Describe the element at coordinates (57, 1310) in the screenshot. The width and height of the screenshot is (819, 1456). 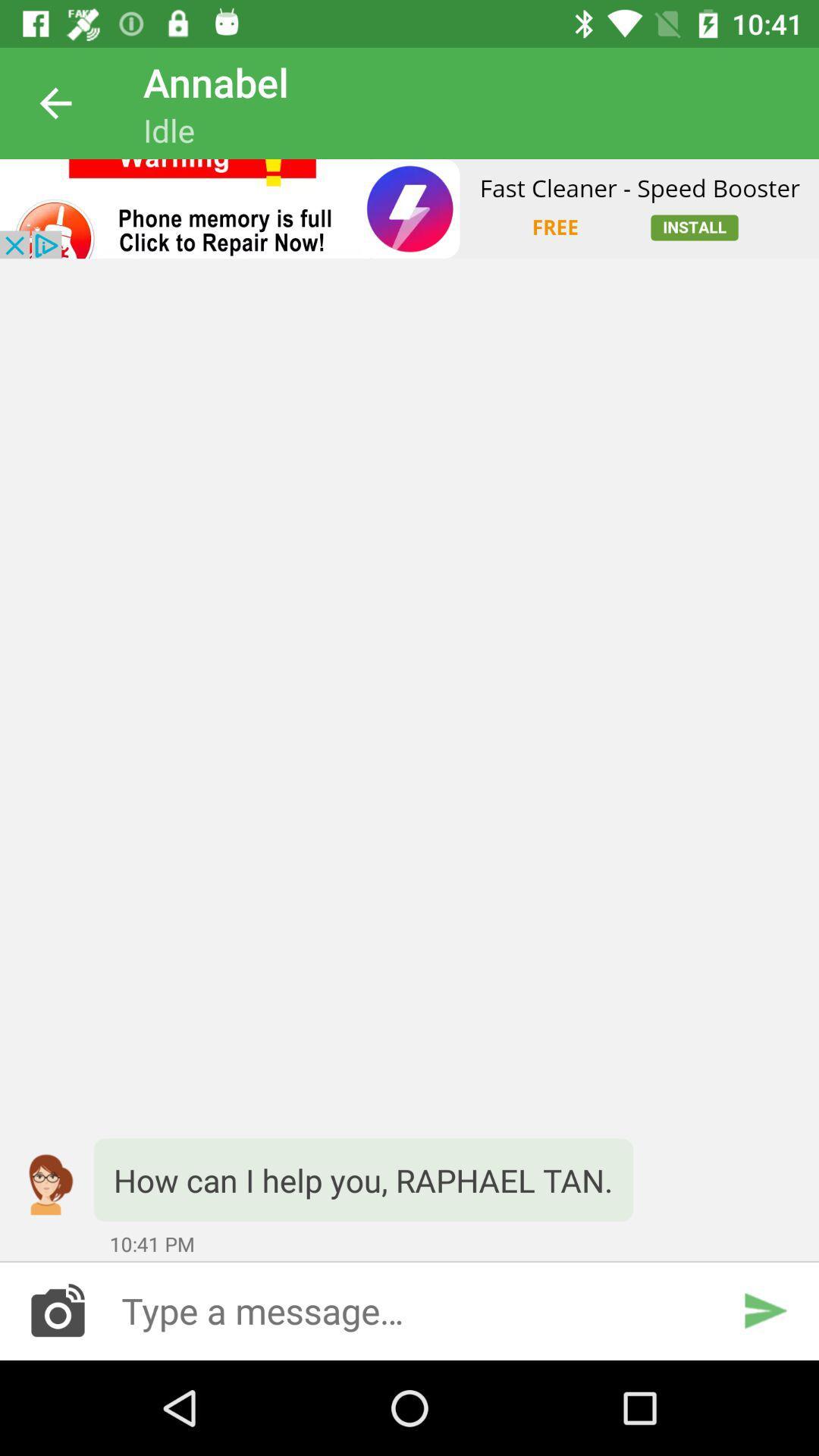
I see `the photo icon` at that location.